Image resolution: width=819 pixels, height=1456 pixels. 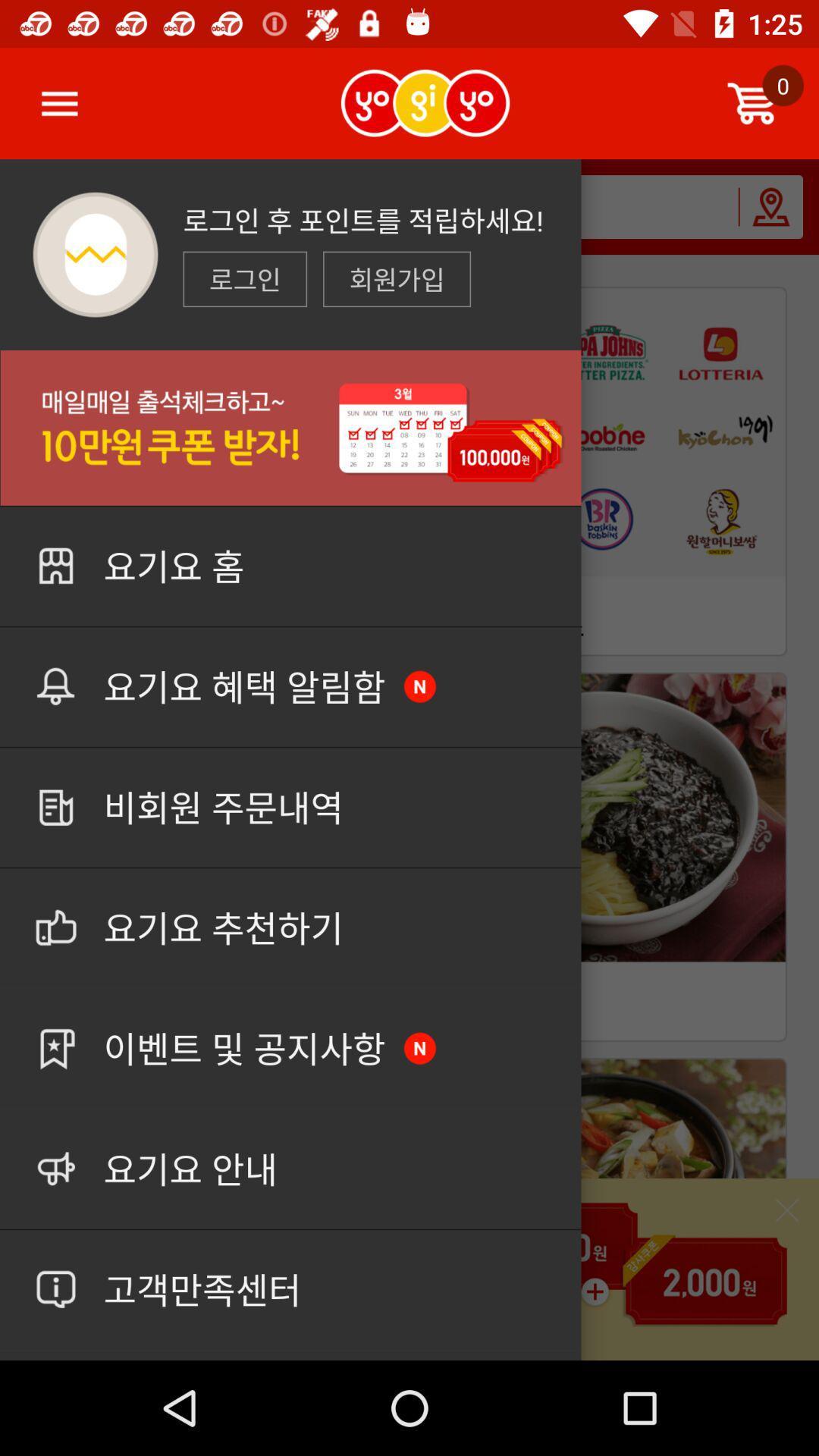 What do you see at coordinates (420, 1047) in the screenshot?
I see `the red color alphabet in the 3rd option from the bottom` at bounding box center [420, 1047].